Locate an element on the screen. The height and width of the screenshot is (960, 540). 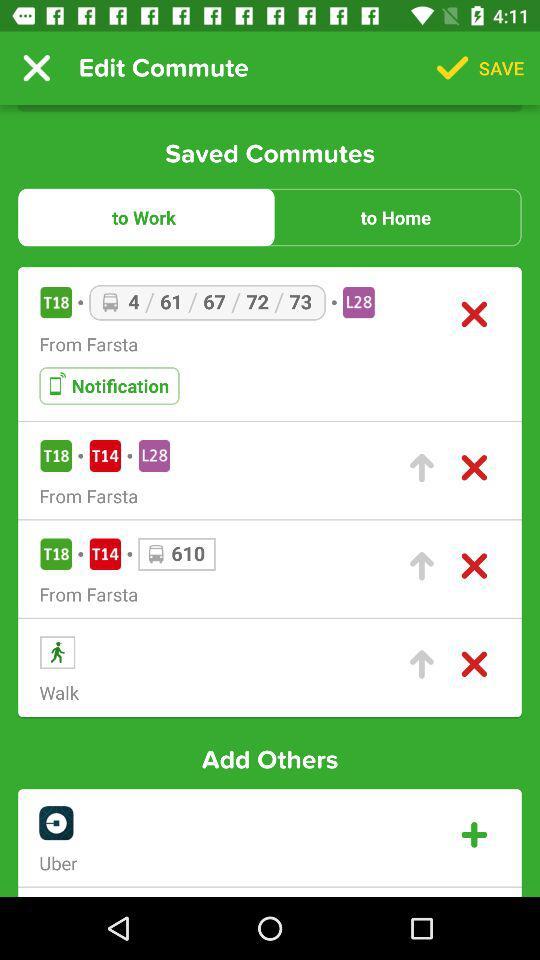
delete saved entry is located at coordinates (473, 468).